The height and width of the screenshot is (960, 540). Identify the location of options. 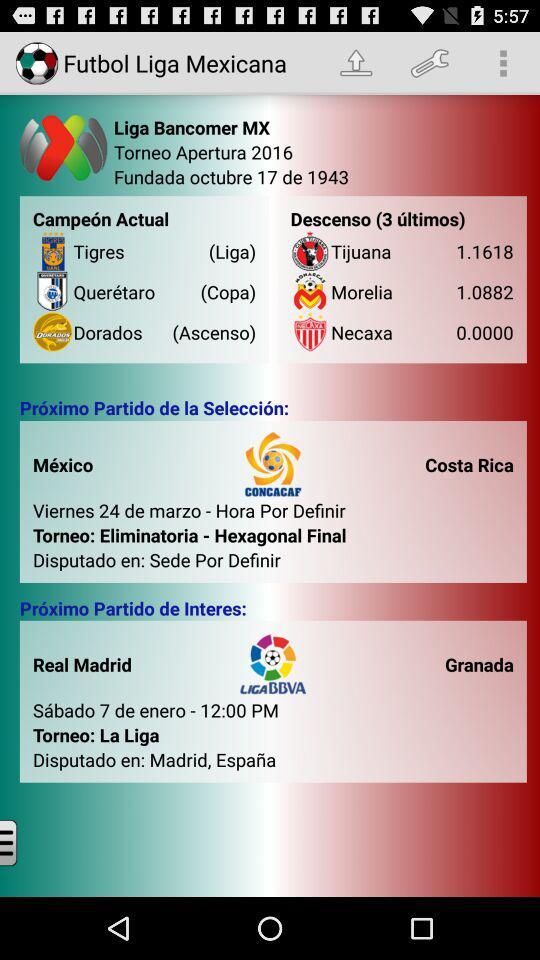
(23, 841).